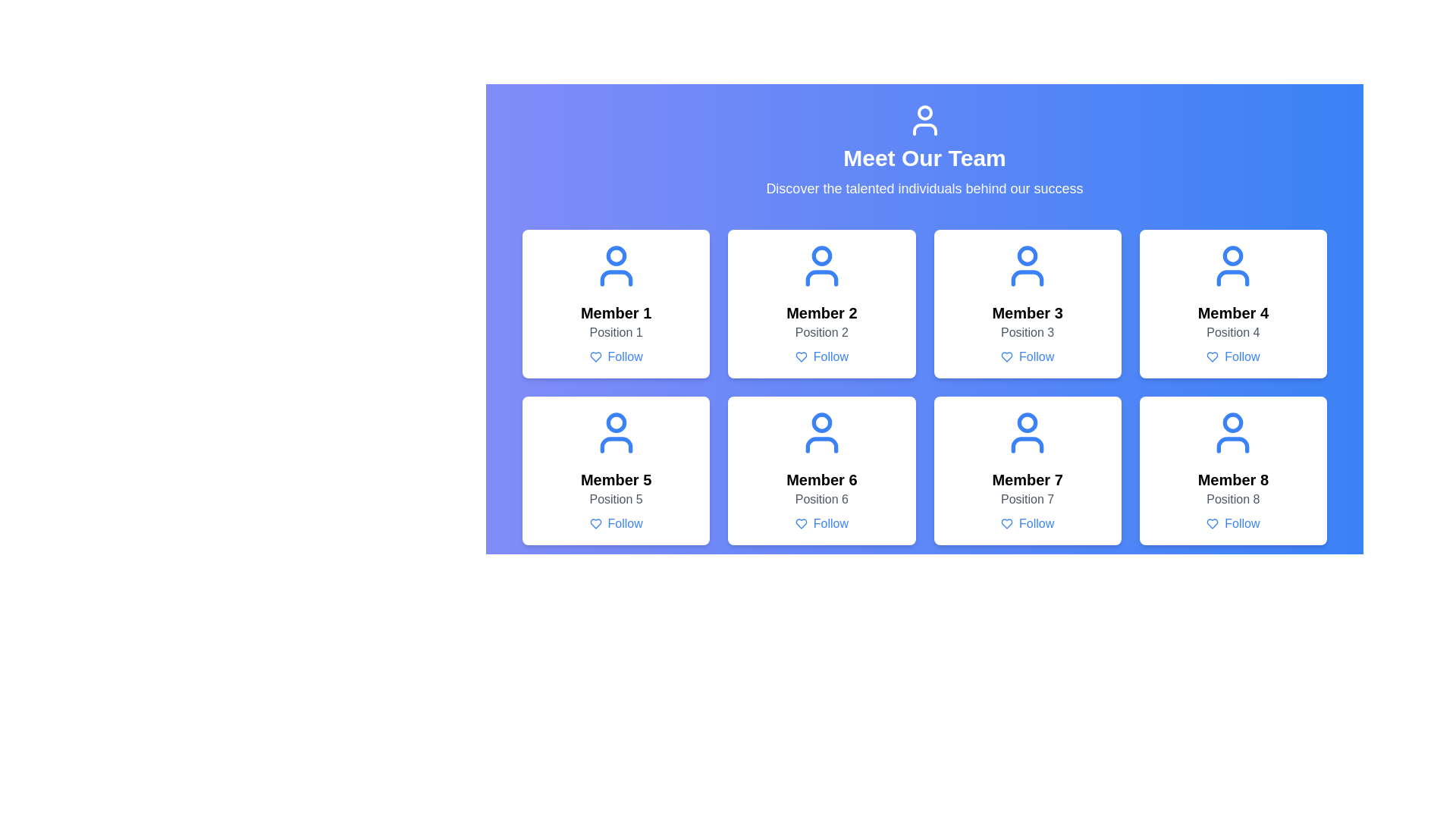 The image size is (1456, 819). Describe the element at coordinates (821, 522) in the screenshot. I see `the 'Follow' button located at the bottom of 'Member 6's profile card identified by the text 'Position 6' to follow this member` at that location.